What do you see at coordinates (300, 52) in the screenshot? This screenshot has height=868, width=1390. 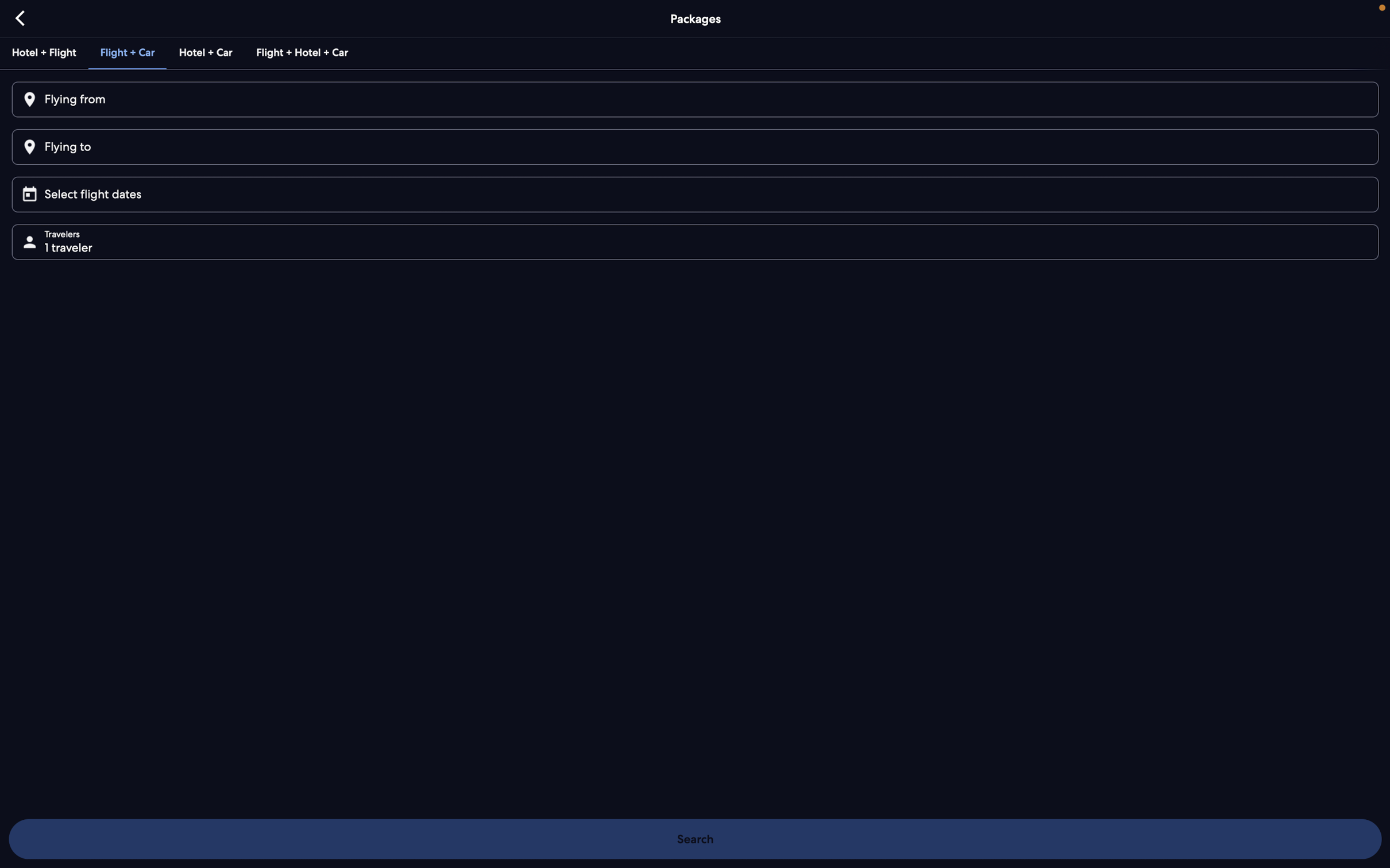 I see `Verify the comprehensive package for flight, hotel and car` at bounding box center [300, 52].